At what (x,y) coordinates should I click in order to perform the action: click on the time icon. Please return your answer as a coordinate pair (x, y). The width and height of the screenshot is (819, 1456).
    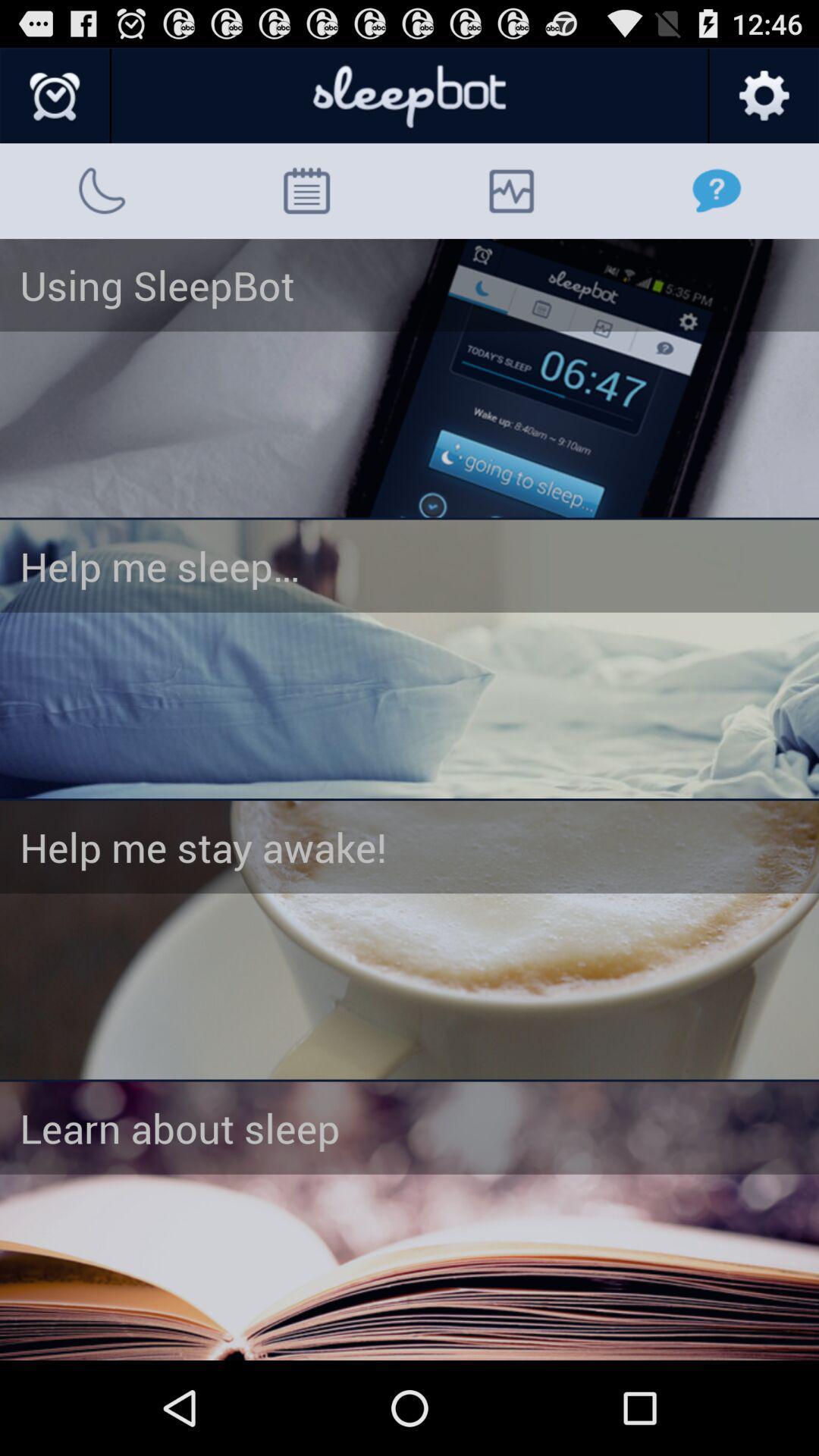
    Looking at the image, I should click on (55, 102).